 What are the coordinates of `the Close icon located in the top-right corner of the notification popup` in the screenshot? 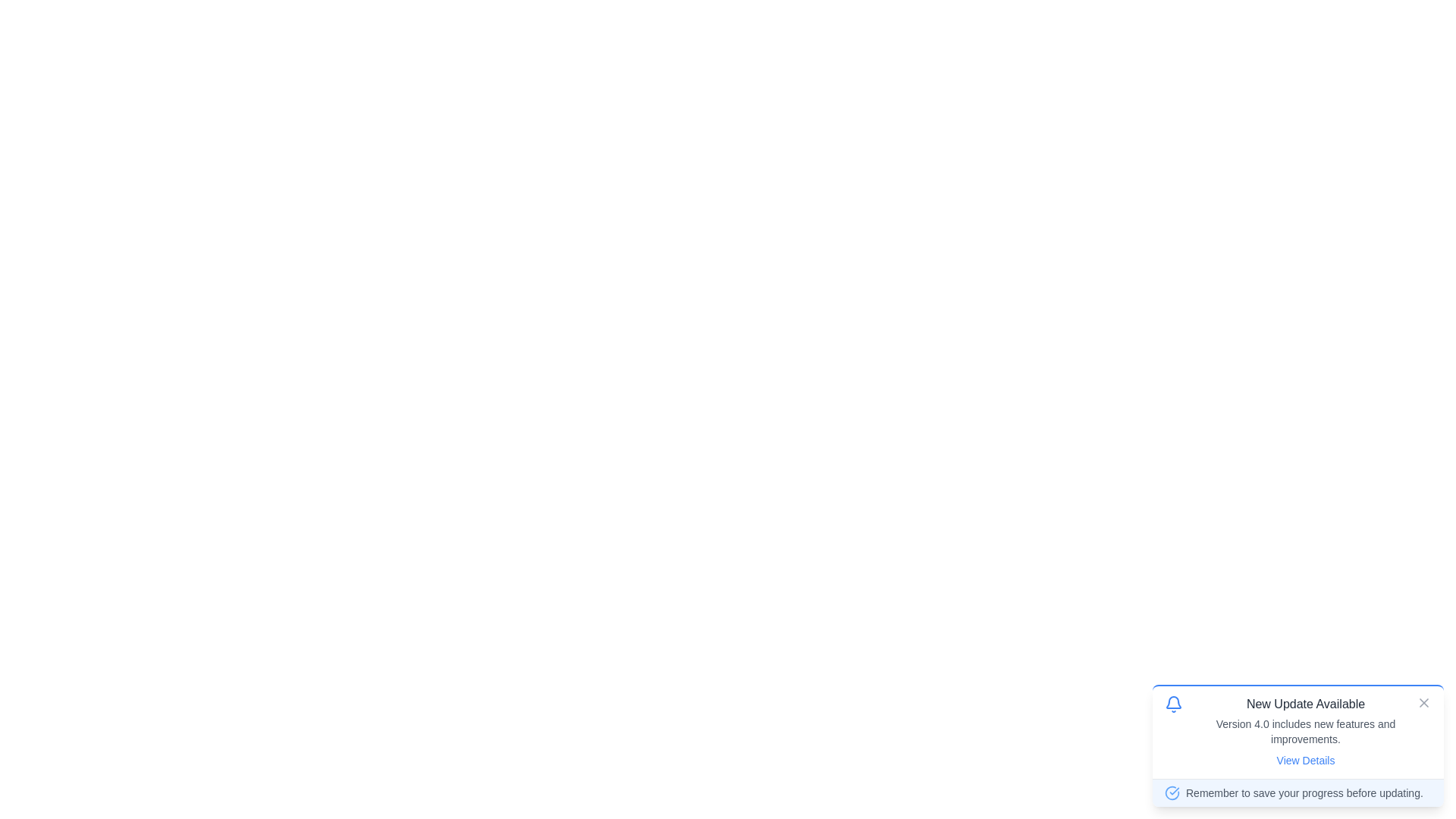 It's located at (1423, 702).